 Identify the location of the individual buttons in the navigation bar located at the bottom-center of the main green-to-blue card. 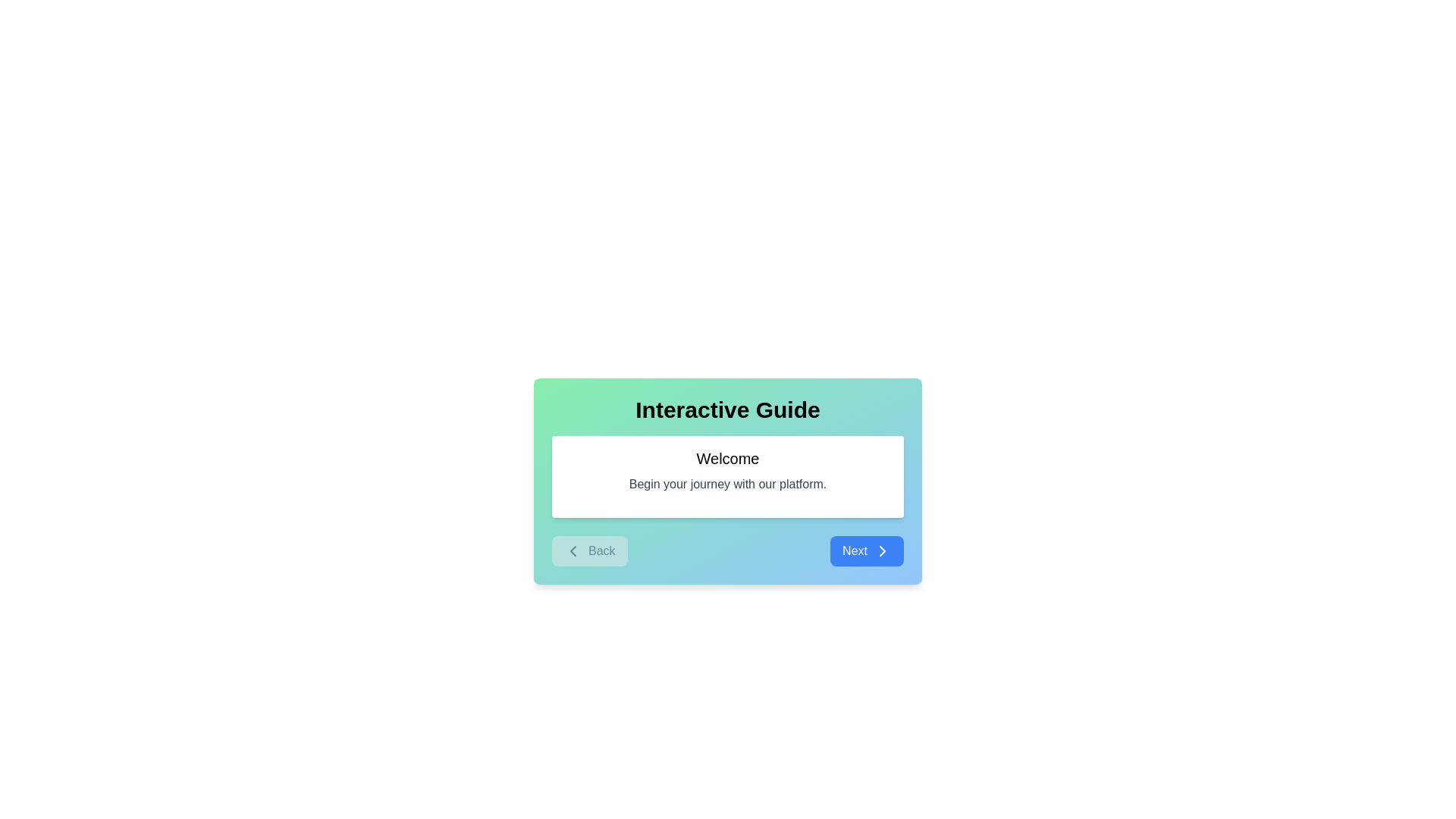
(728, 551).